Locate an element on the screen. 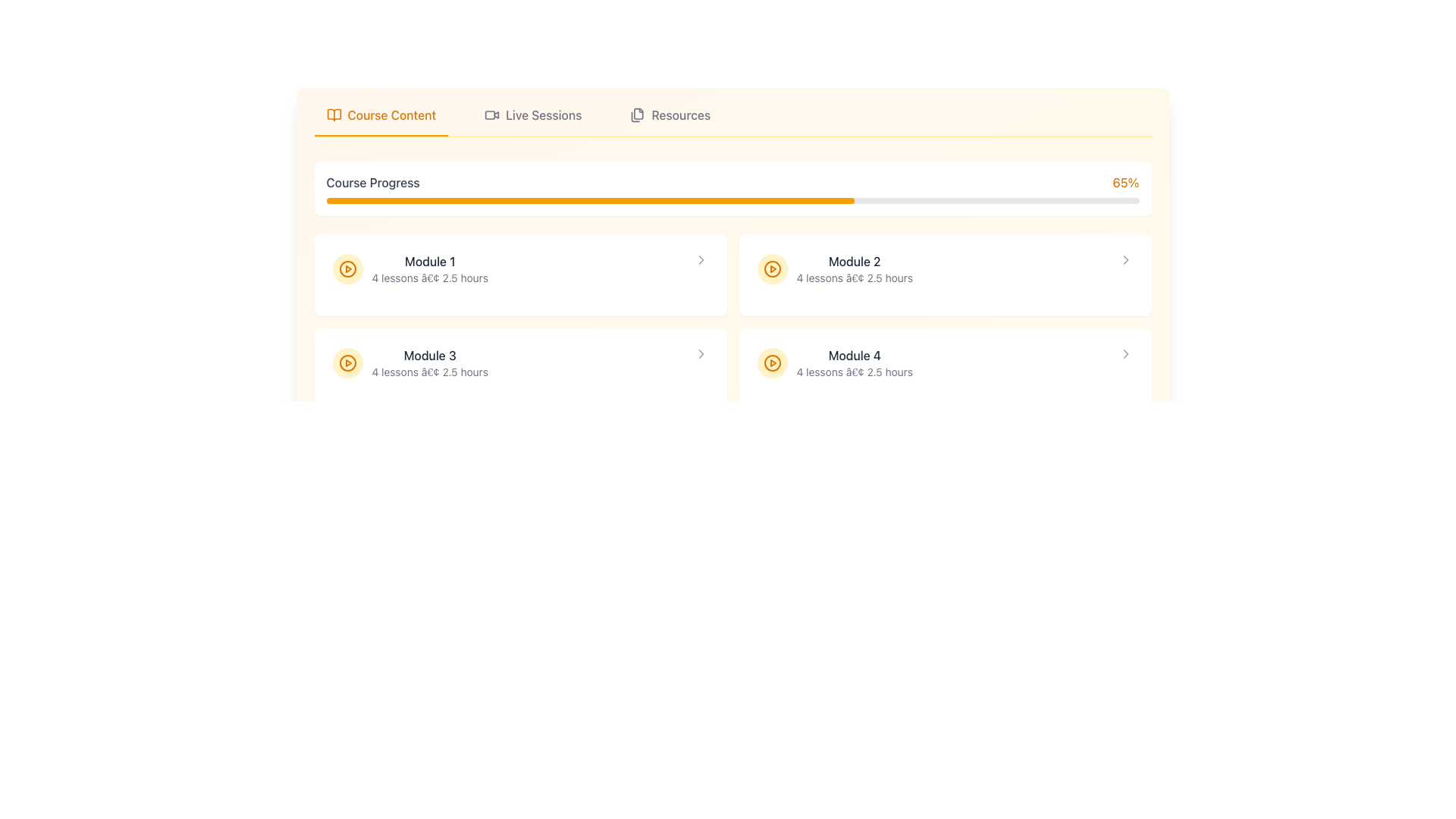 The width and height of the screenshot is (1456, 819). the 'Course Content' button in the top navigation bar is located at coordinates (381, 120).